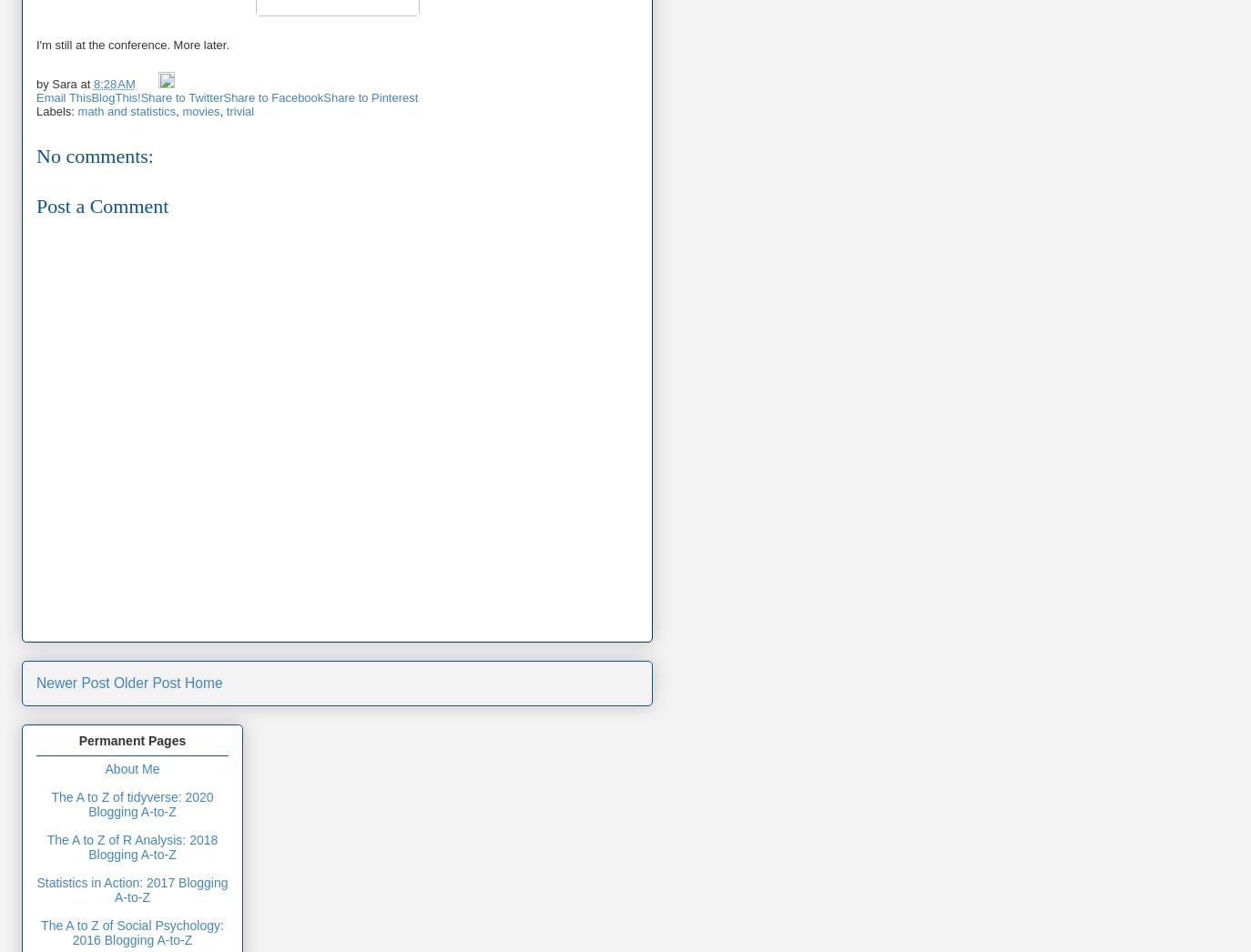 Image resolution: width=1251 pixels, height=952 pixels. What do you see at coordinates (271, 96) in the screenshot?
I see `'Share to Facebook'` at bounding box center [271, 96].